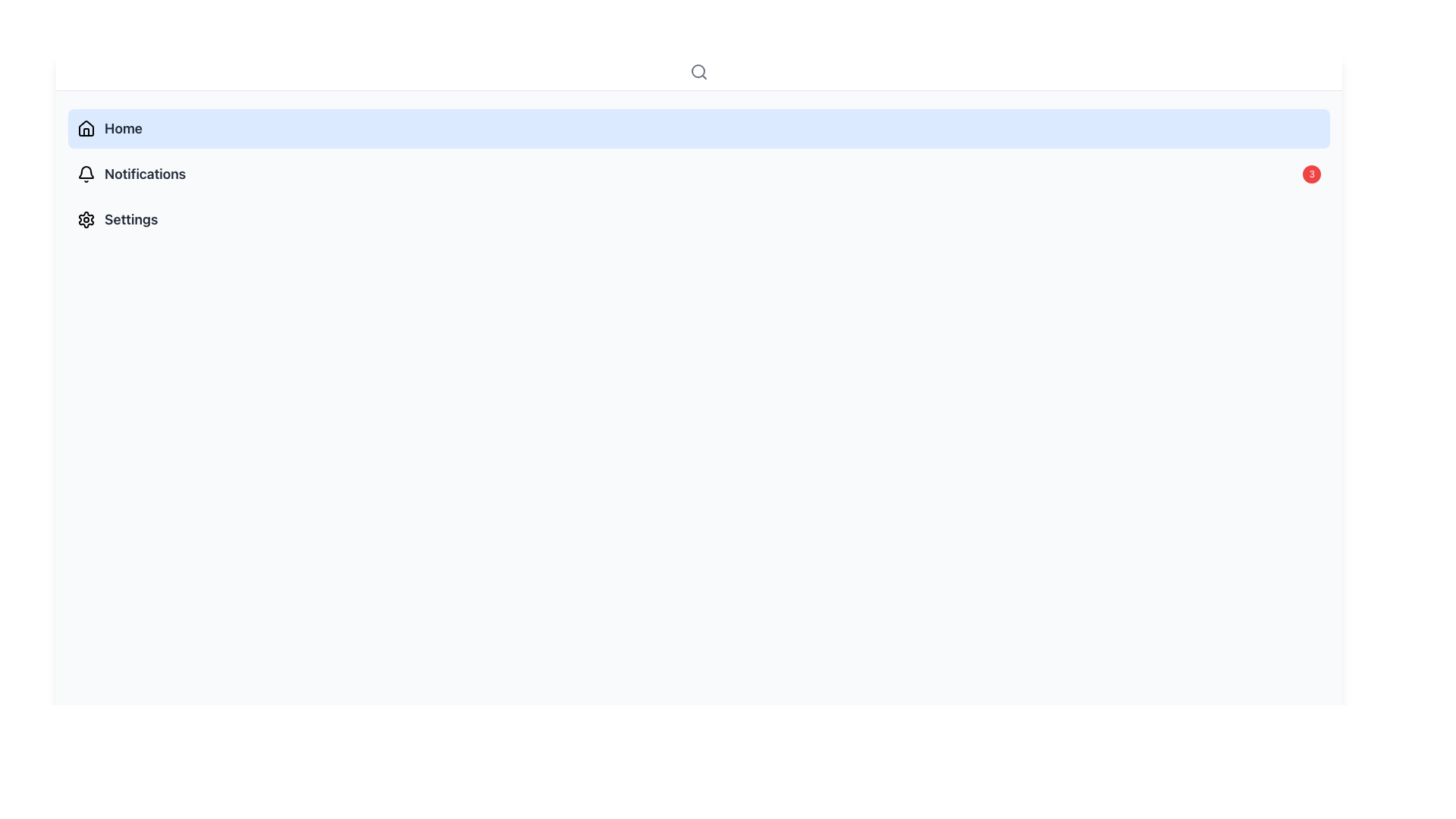  I want to click on text label displaying 'Home' in bold, dark gray, located in the vertical menu next to the house icon, so click(124, 127).